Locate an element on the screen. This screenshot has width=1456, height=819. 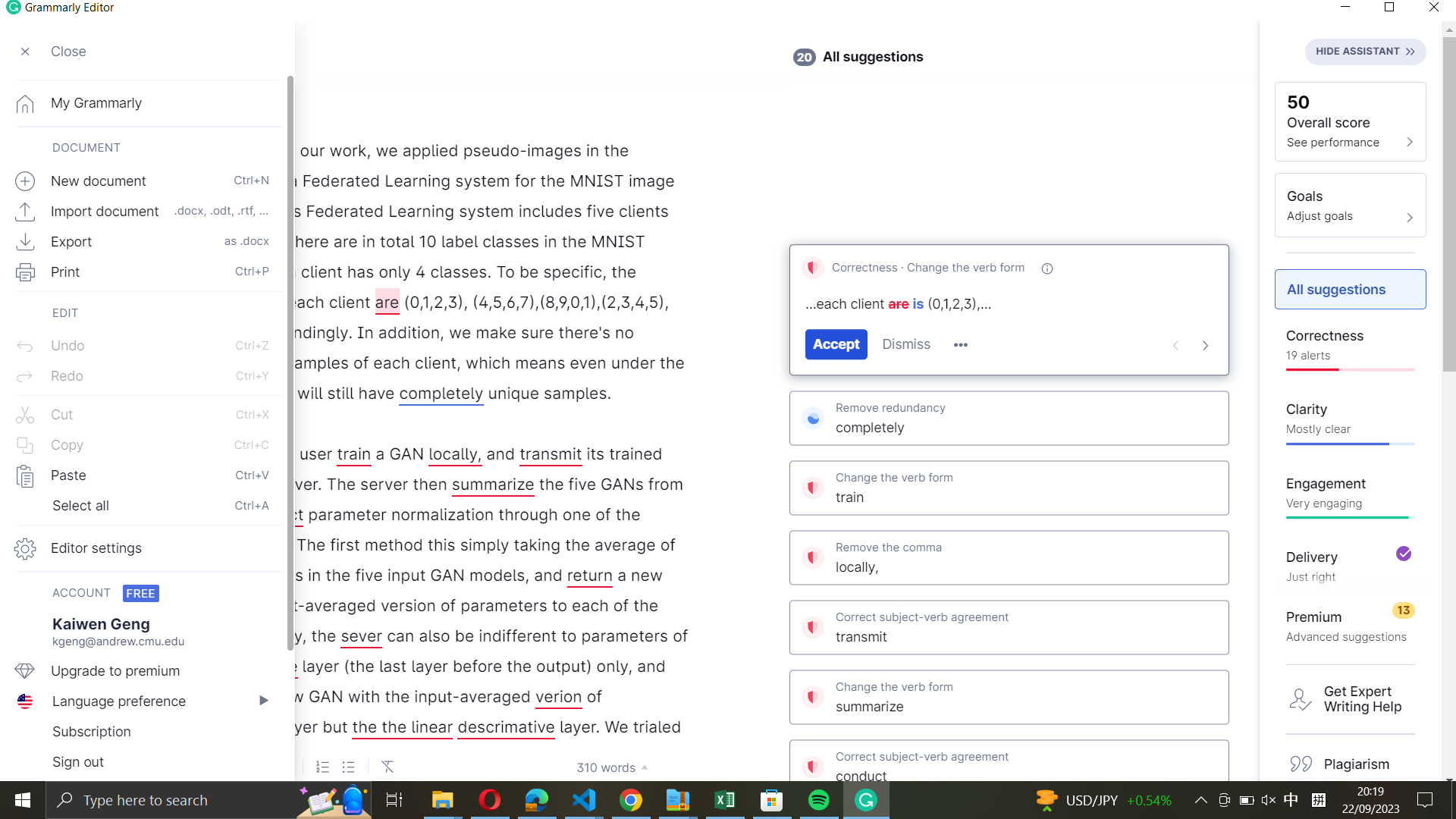
Bring in the document is located at coordinates (143, 209).